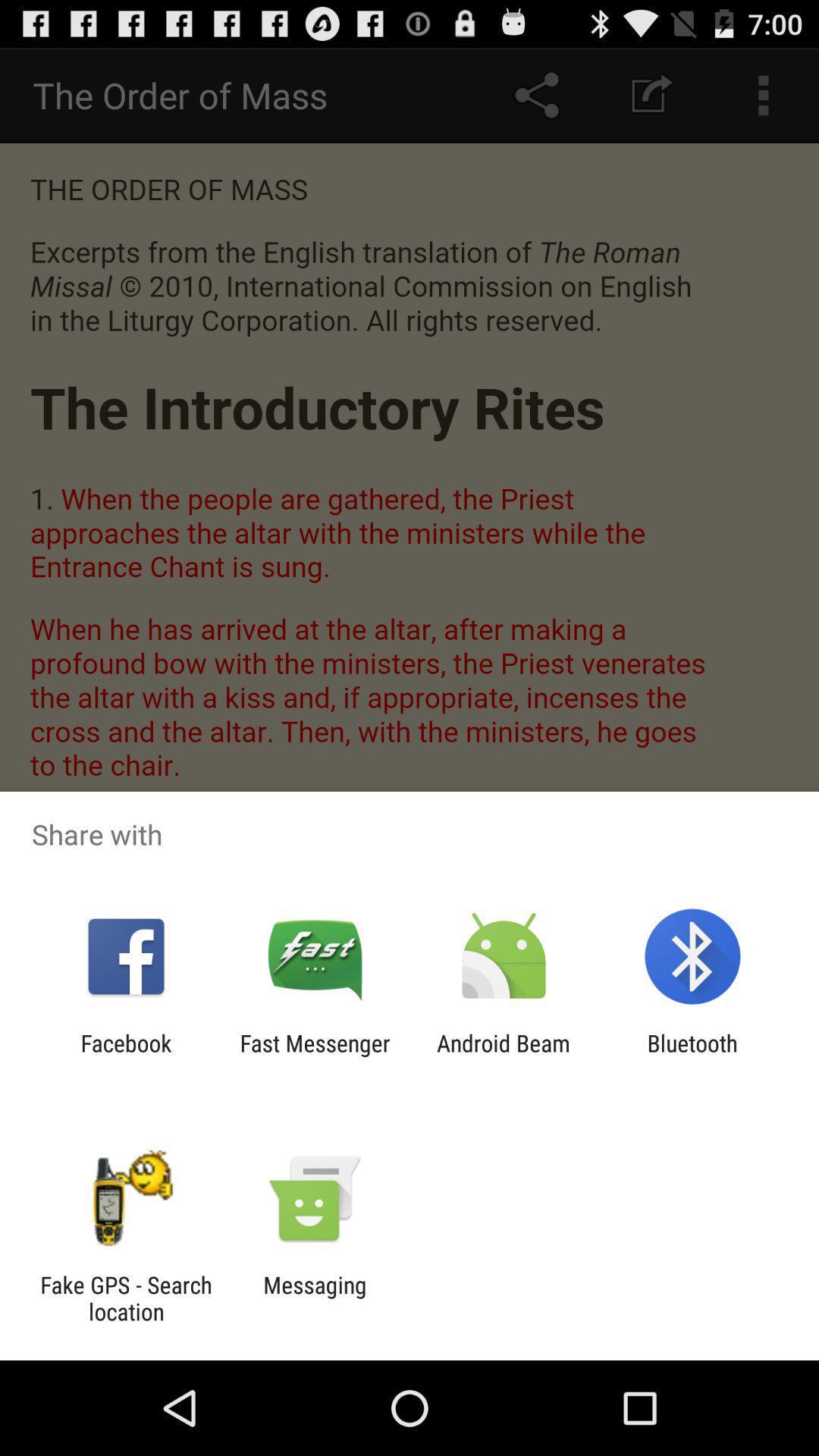 This screenshot has height=1456, width=819. I want to click on the icon next to fast messenger app, so click(504, 1056).